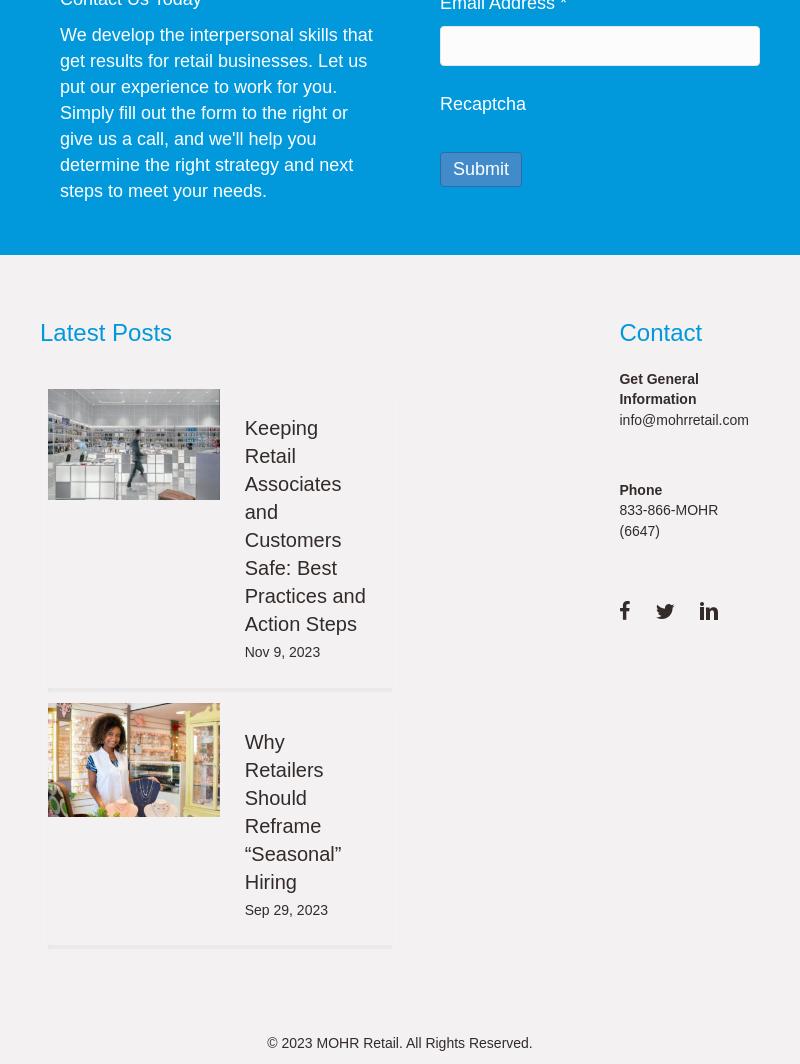 The height and width of the screenshot is (1064, 800). I want to click on 'Contact', so click(619, 331).